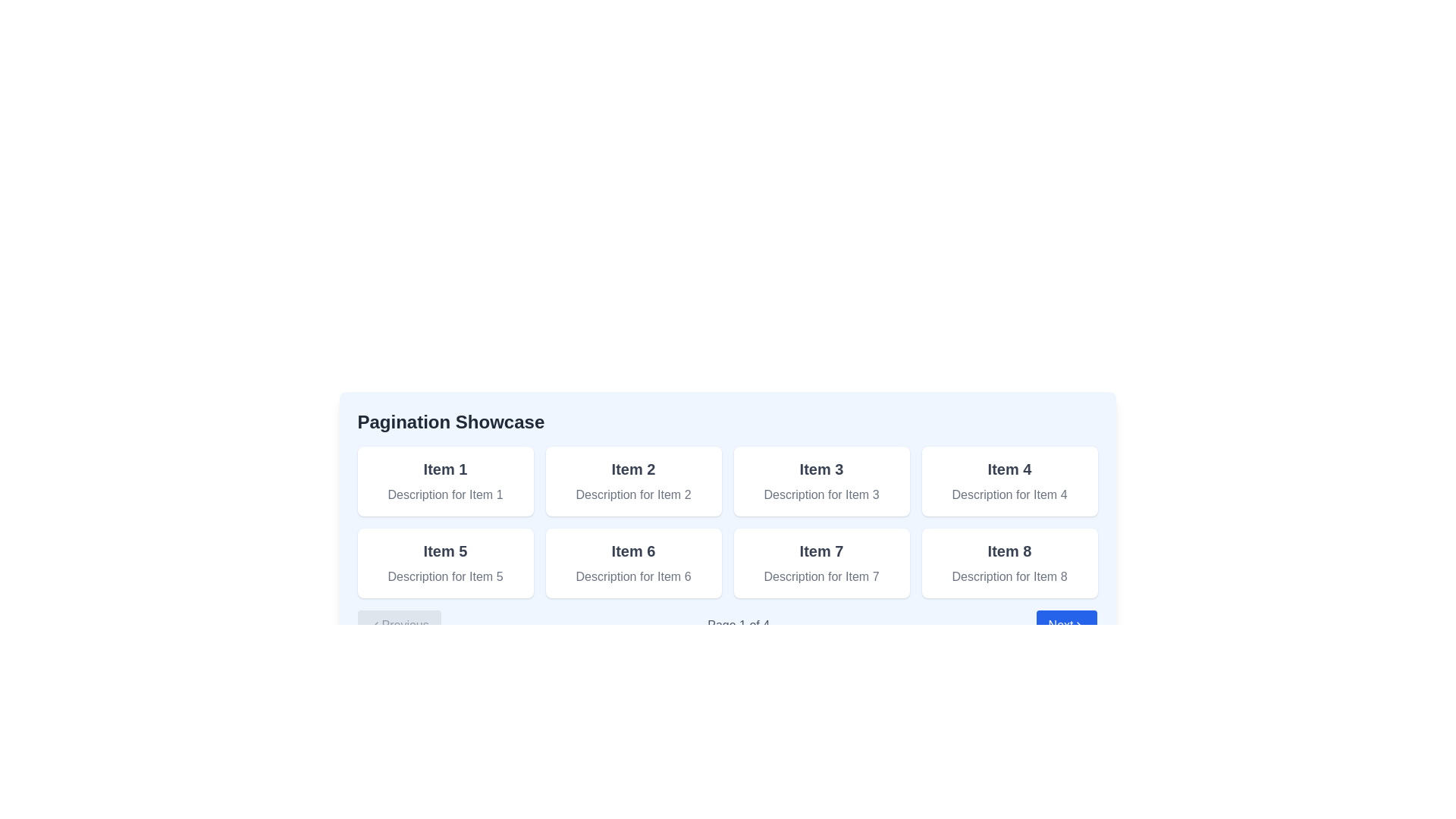 The image size is (1456, 819). What do you see at coordinates (821, 551) in the screenshot?
I see `the text label indicating 'Item 7', which serves as the header for the card in the second row and third column of the grid layout` at bounding box center [821, 551].